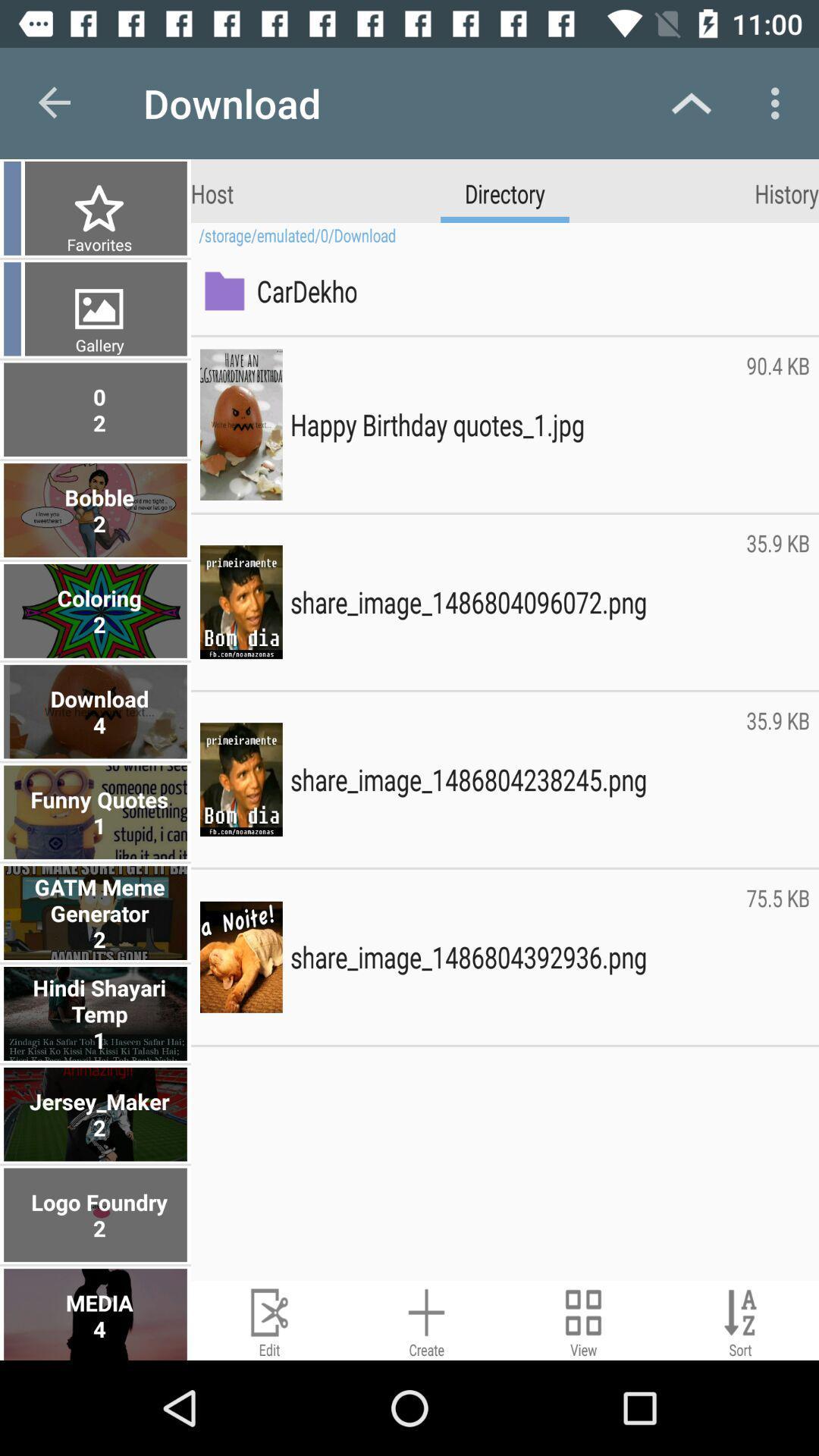  What do you see at coordinates (739, 1319) in the screenshot?
I see `sort alphabetically` at bounding box center [739, 1319].